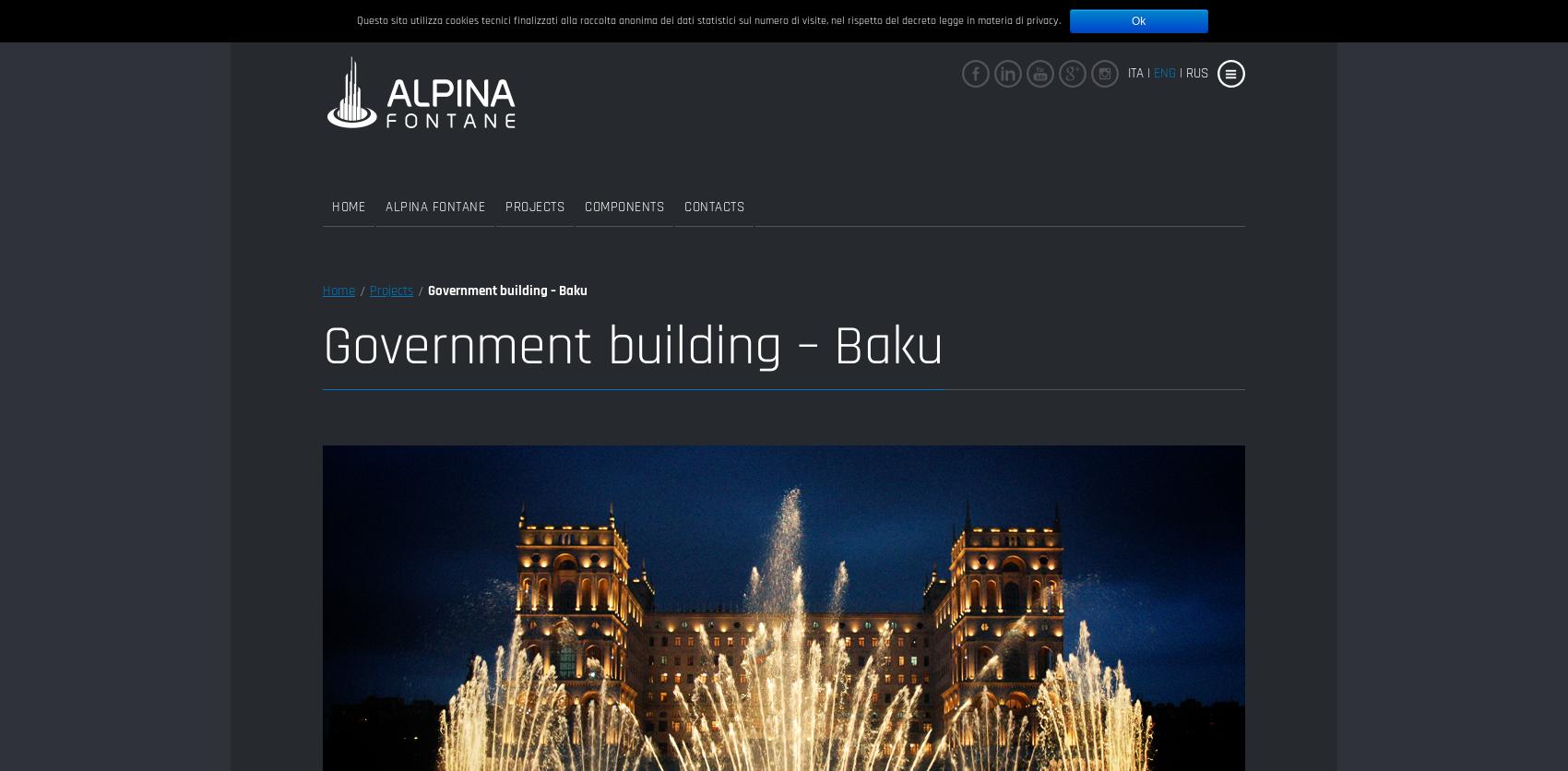  I want to click on 'Dancing Fountains', so click(738, 215).